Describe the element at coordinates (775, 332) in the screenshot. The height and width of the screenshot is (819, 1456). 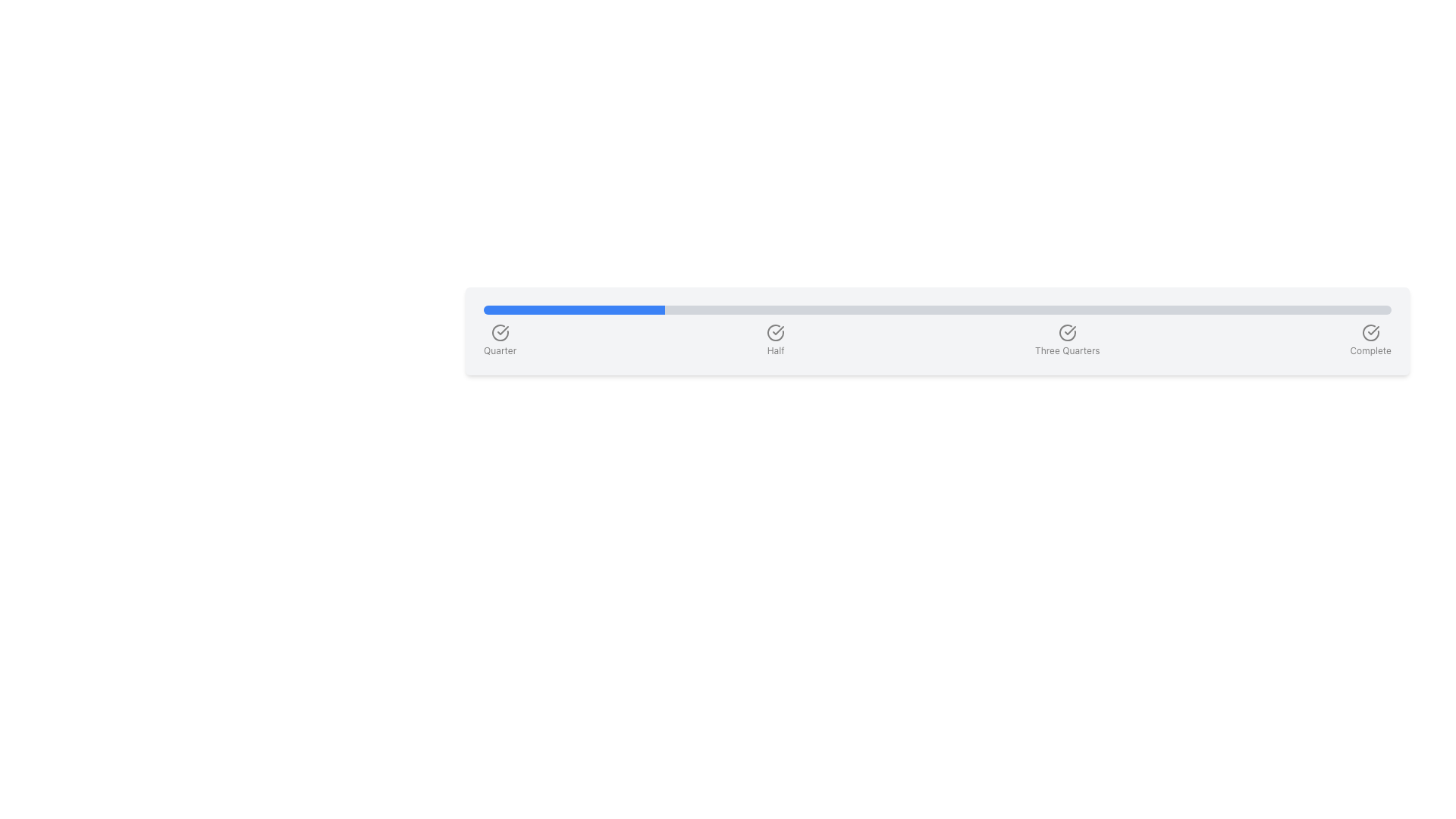
I see `the circular checkmark icon located above the text 'Half' on the horizontal progression indicator to focus or select it` at that location.